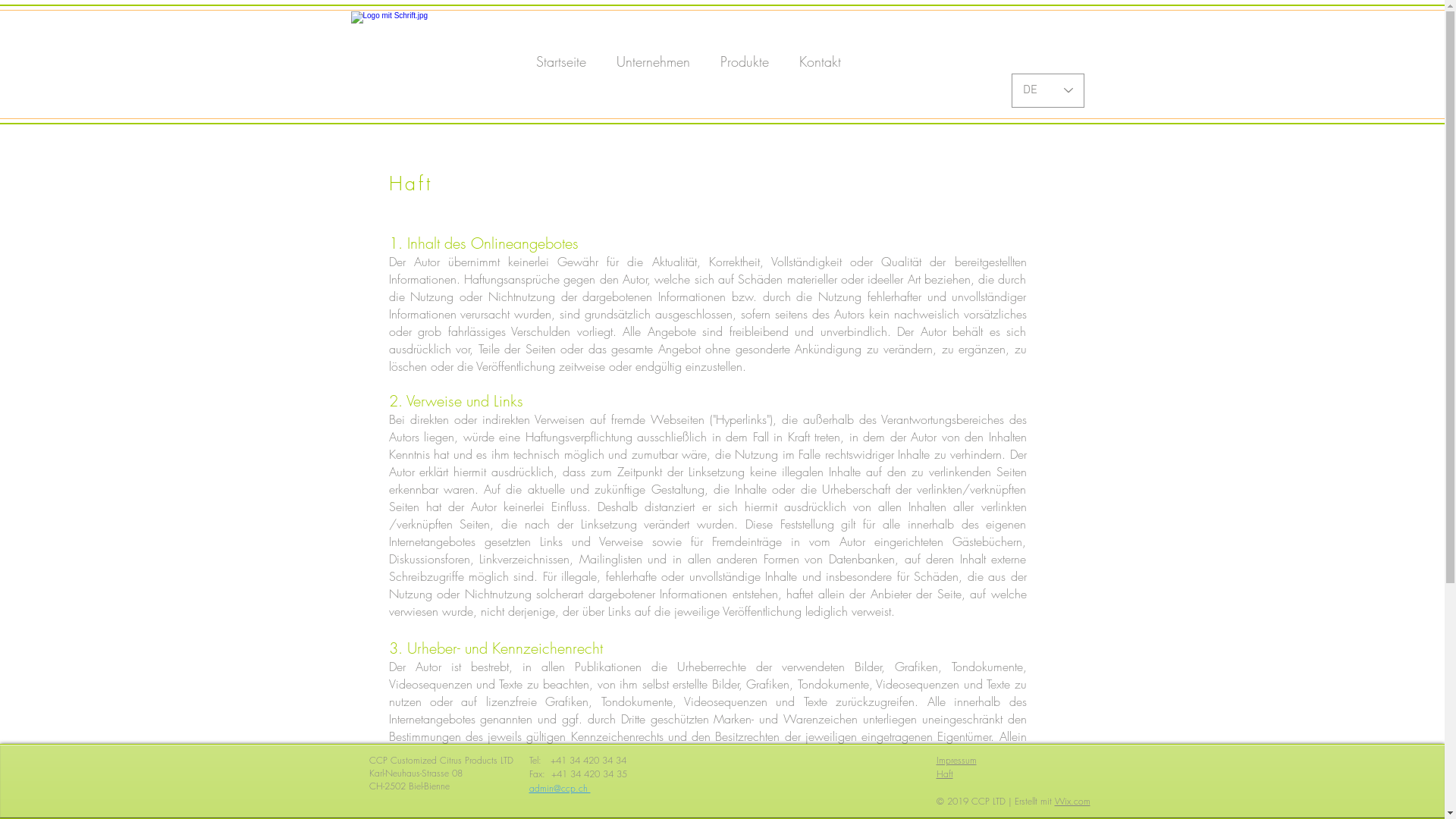  Describe the element at coordinates (560, 61) in the screenshot. I see `'Startseite'` at that location.